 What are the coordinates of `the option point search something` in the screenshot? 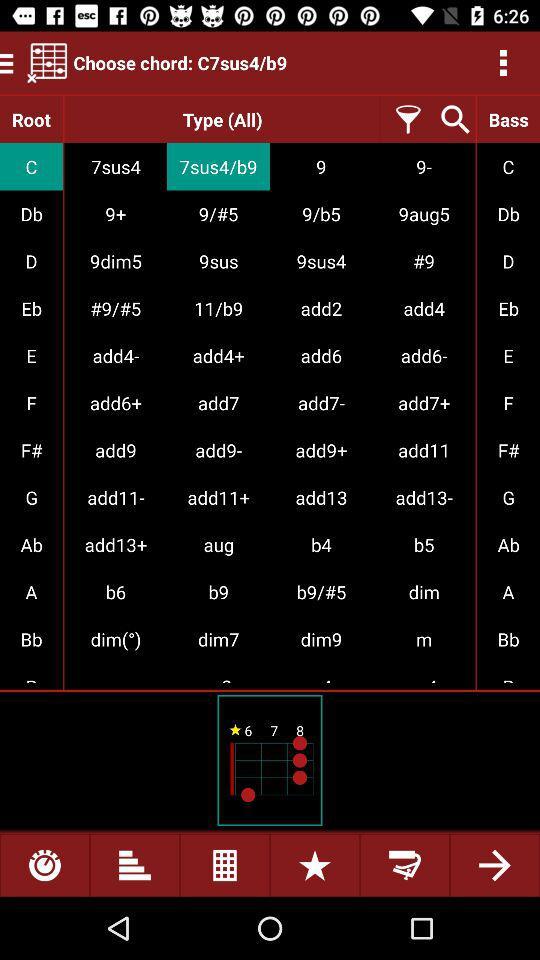 It's located at (451, 119).